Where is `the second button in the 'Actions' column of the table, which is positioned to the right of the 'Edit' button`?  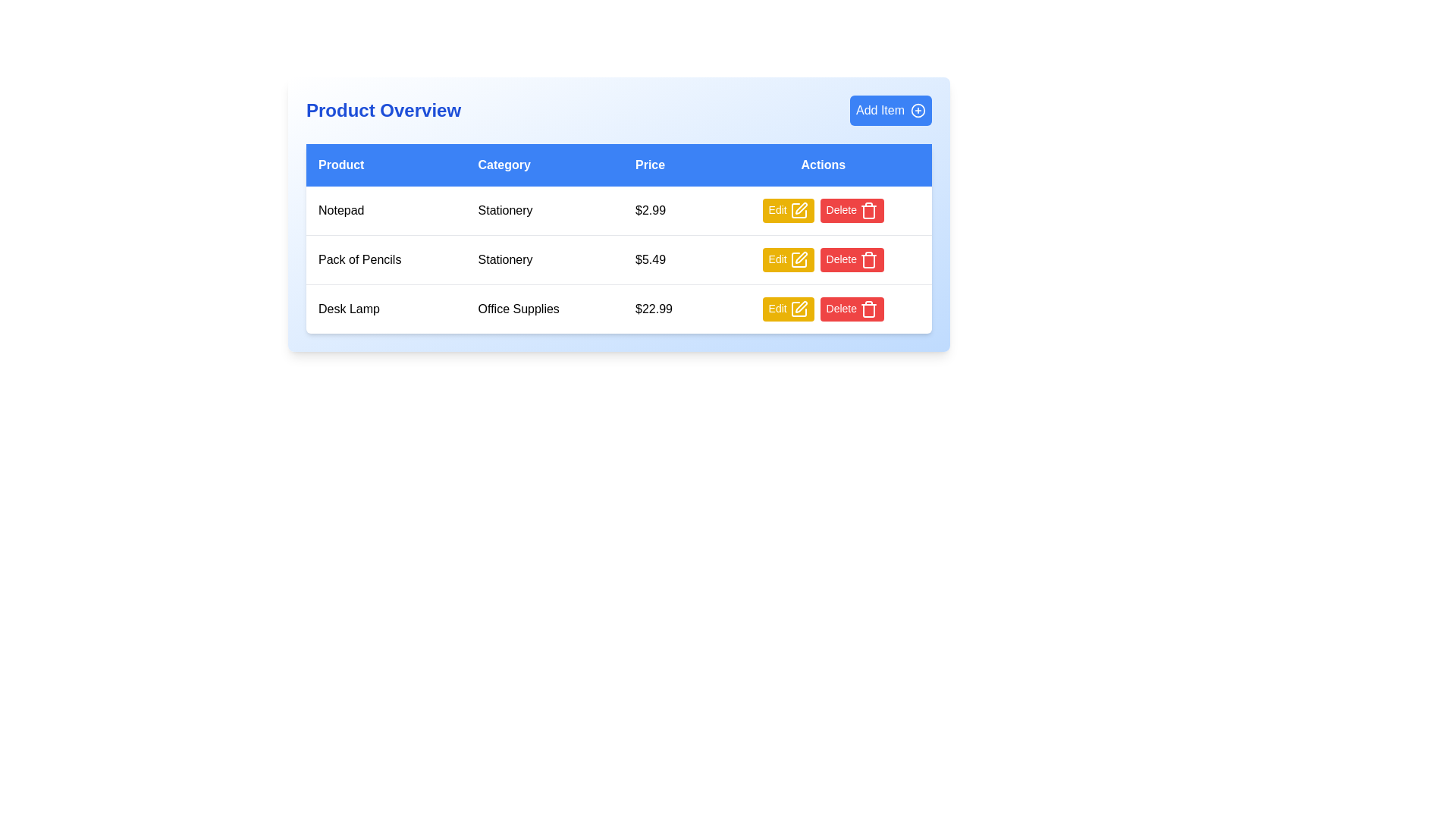 the second button in the 'Actions' column of the table, which is positioned to the right of the 'Edit' button is located at coordinates (852, 210).